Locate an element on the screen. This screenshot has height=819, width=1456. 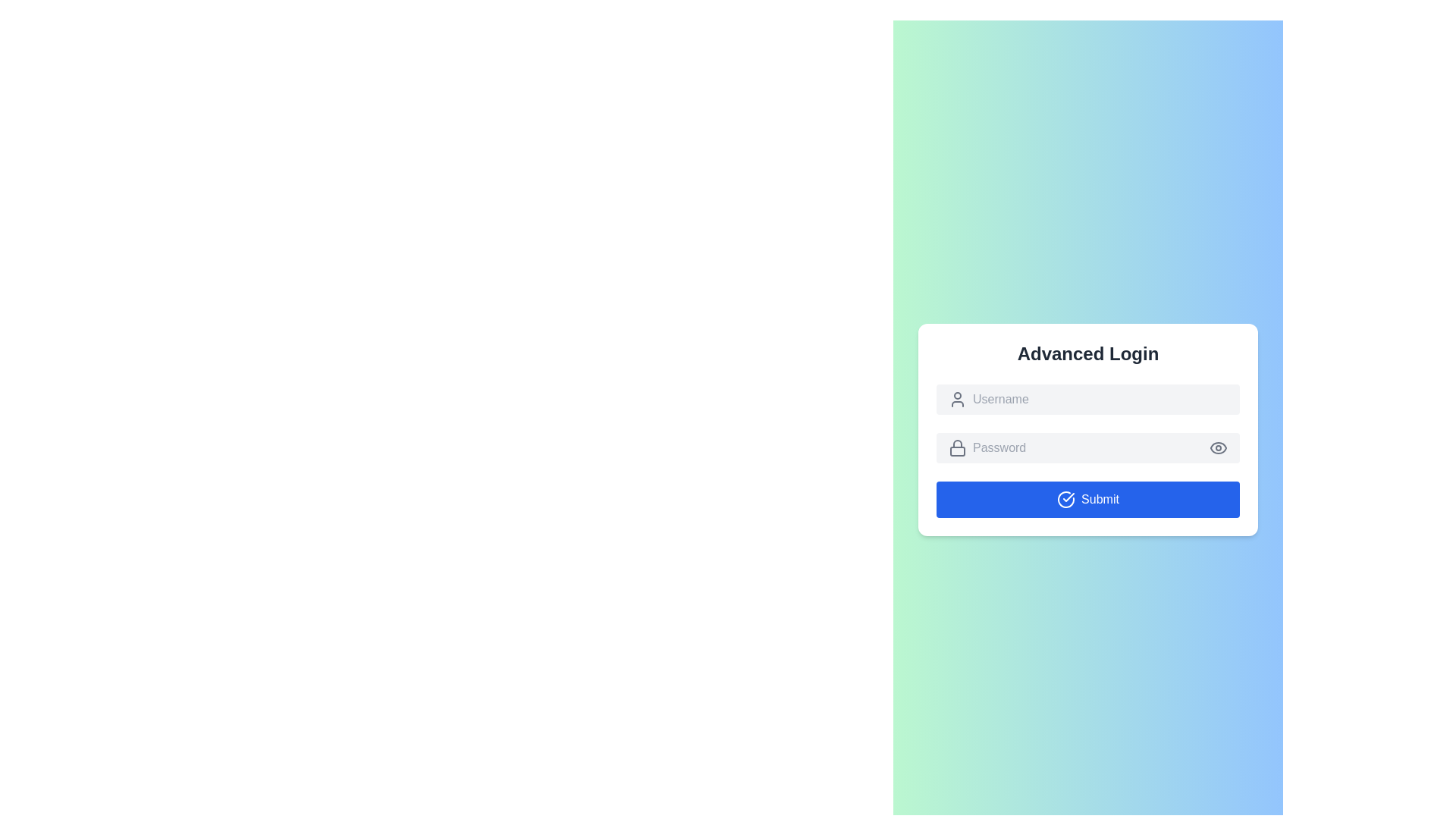
the checkmark icon located within the blue 'Submit' button to interact with the button is located at coordinates (1065, 500).